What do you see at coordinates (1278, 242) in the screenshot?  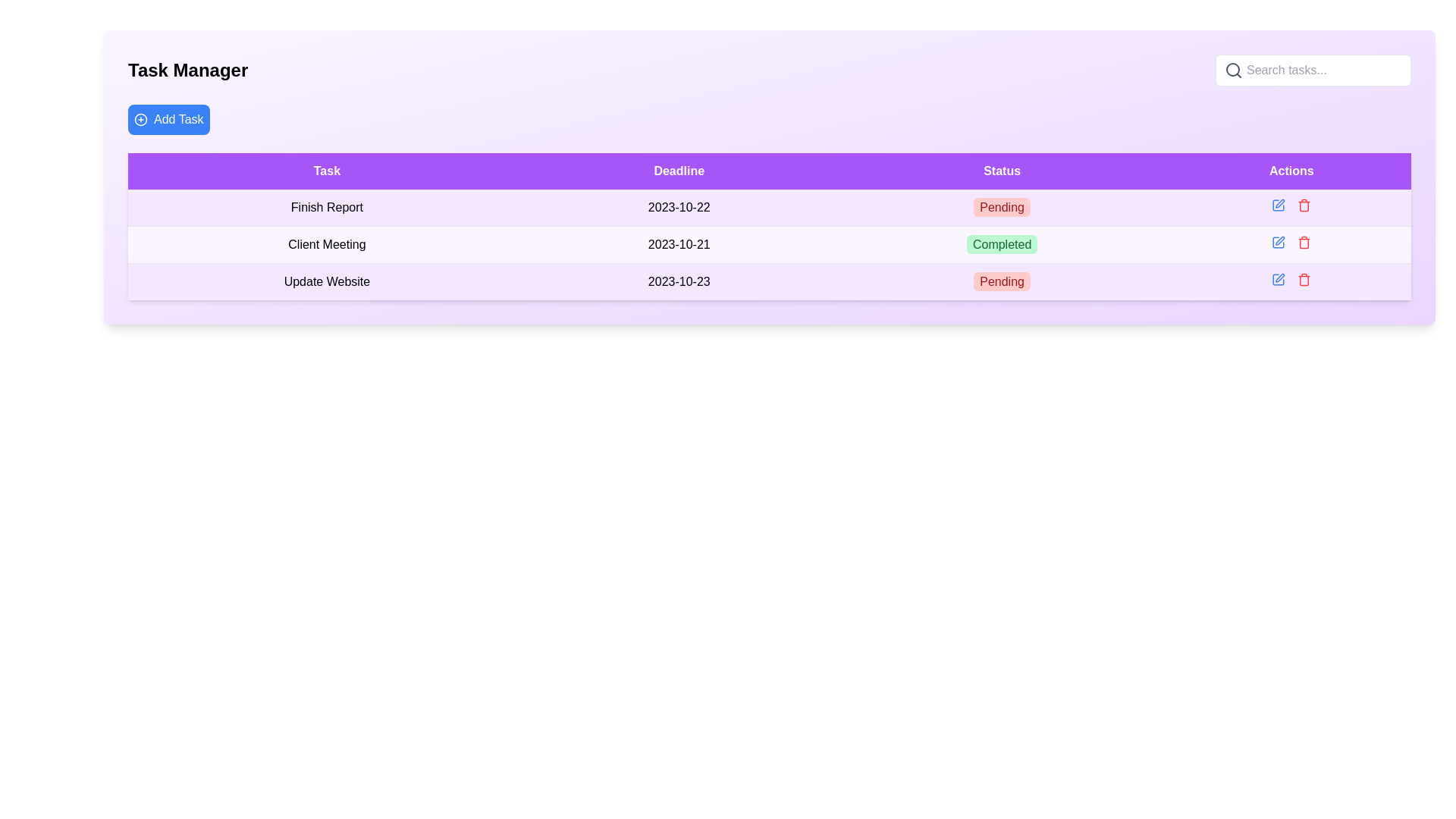 I see `the edit icon button located in the 'Actions' column next to the 'Completed' text for the 'Client Meeting' task` at bounding box center [1278, 242].